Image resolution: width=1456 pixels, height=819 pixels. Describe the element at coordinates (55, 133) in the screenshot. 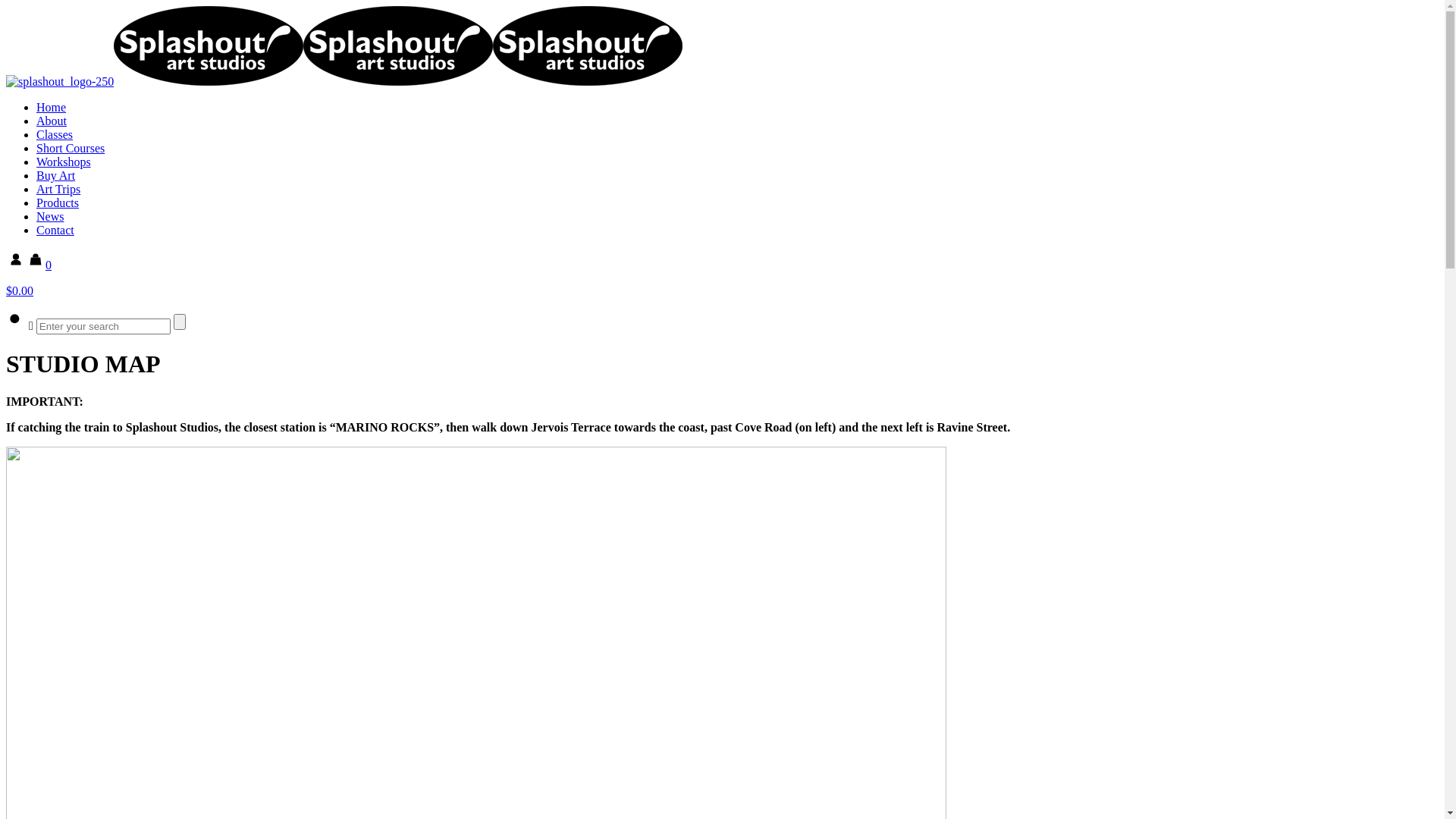

I see `'Classes'` at that location.